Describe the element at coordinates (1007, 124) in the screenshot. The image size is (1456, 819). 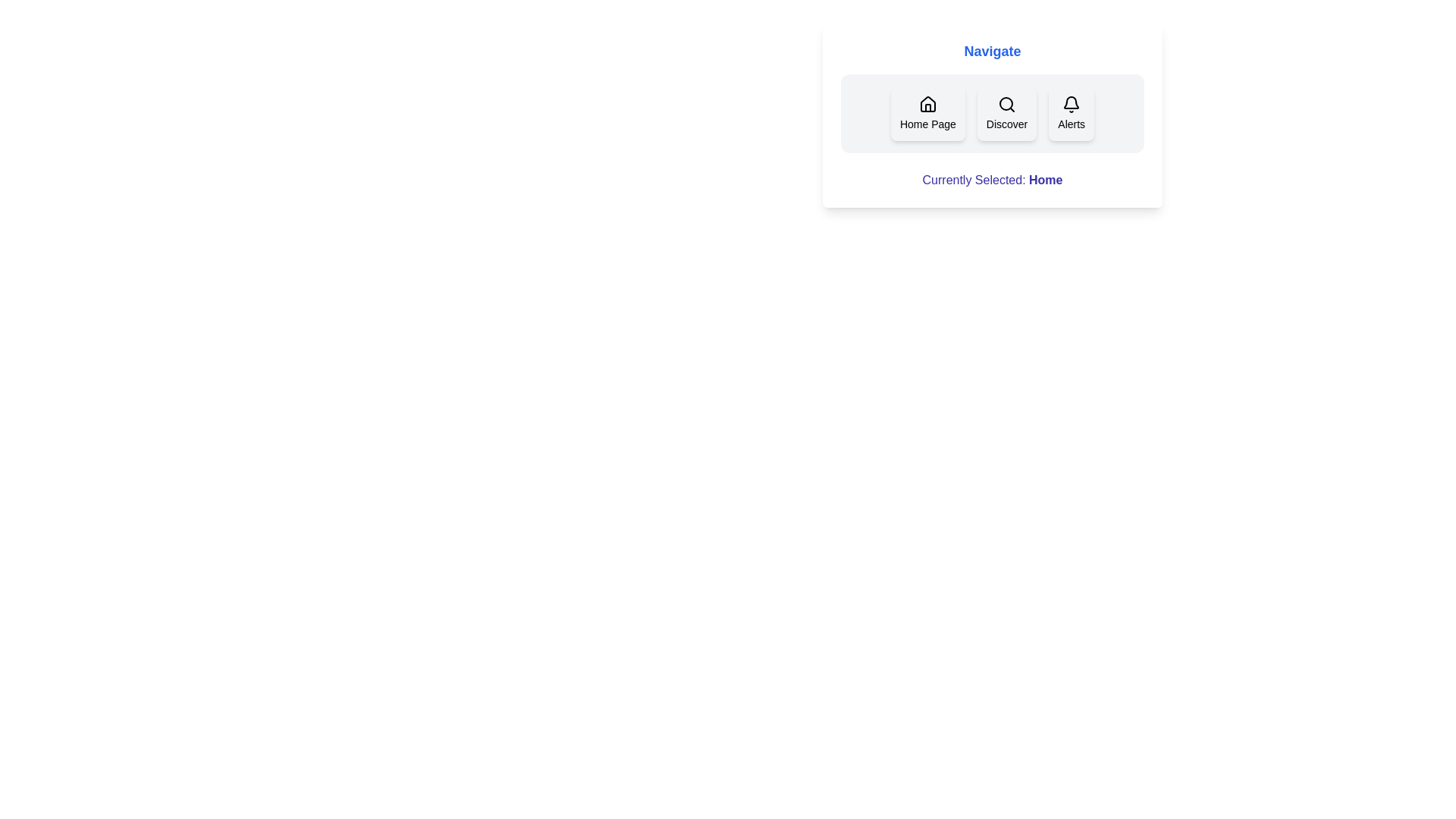
I see `the text label indicating the purpose of the 'Discover' button in the navigation bar` at that location.